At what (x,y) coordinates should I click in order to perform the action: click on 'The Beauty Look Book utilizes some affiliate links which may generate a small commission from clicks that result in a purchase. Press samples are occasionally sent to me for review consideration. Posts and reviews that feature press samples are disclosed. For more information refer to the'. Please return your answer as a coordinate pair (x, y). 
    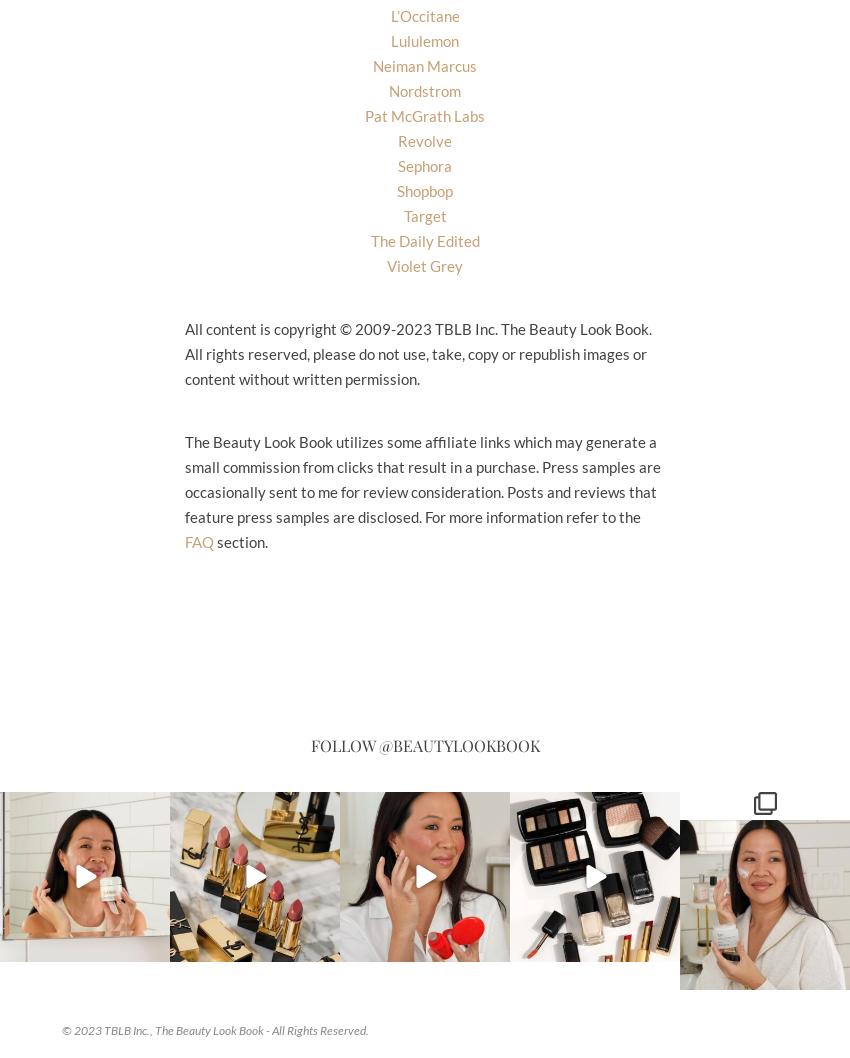
    Looking at the image, I should click on (422, 477).